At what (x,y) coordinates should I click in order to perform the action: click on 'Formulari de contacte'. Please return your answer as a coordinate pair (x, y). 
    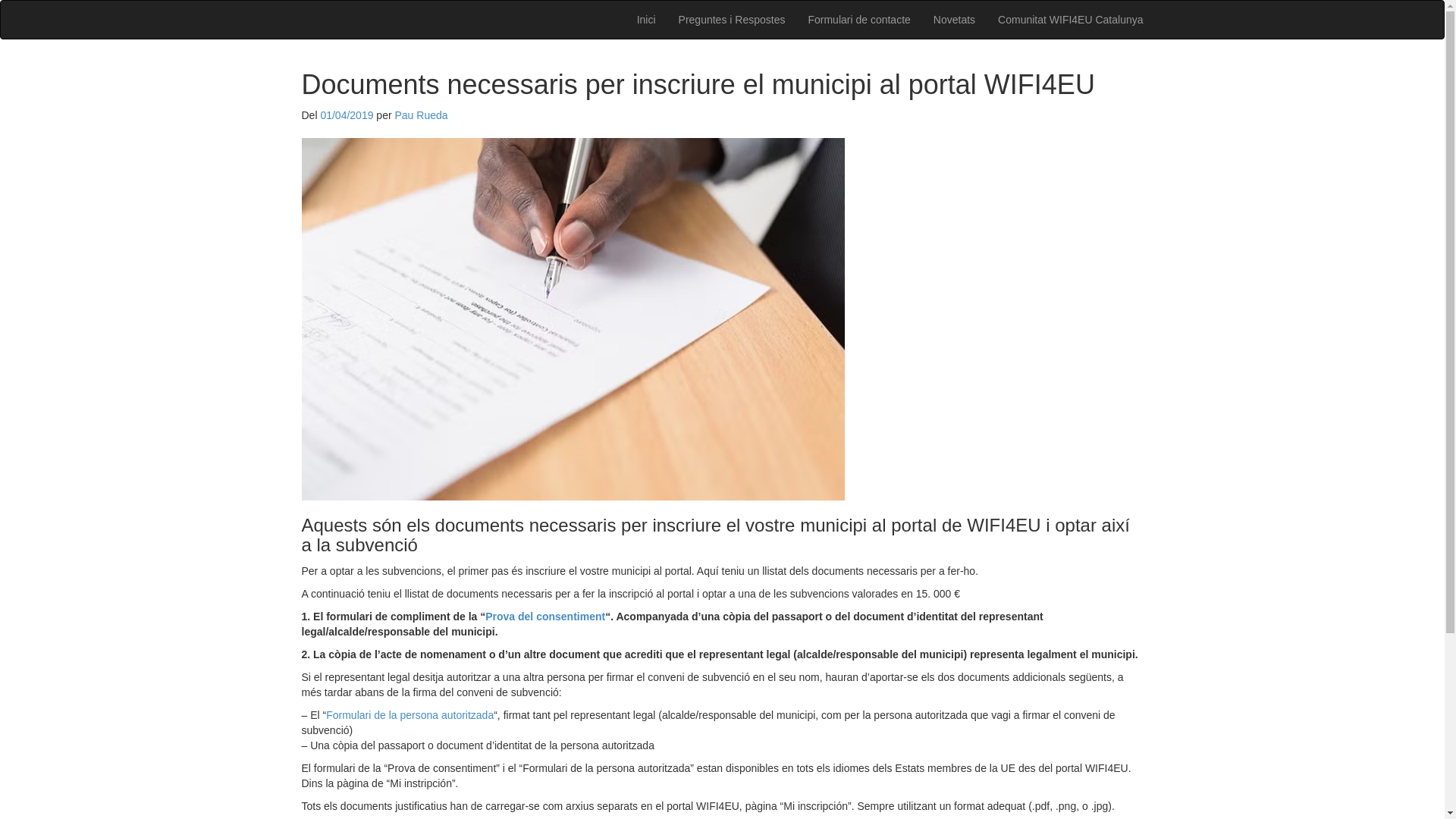
    Looking at the image, I should click on (858, 20).